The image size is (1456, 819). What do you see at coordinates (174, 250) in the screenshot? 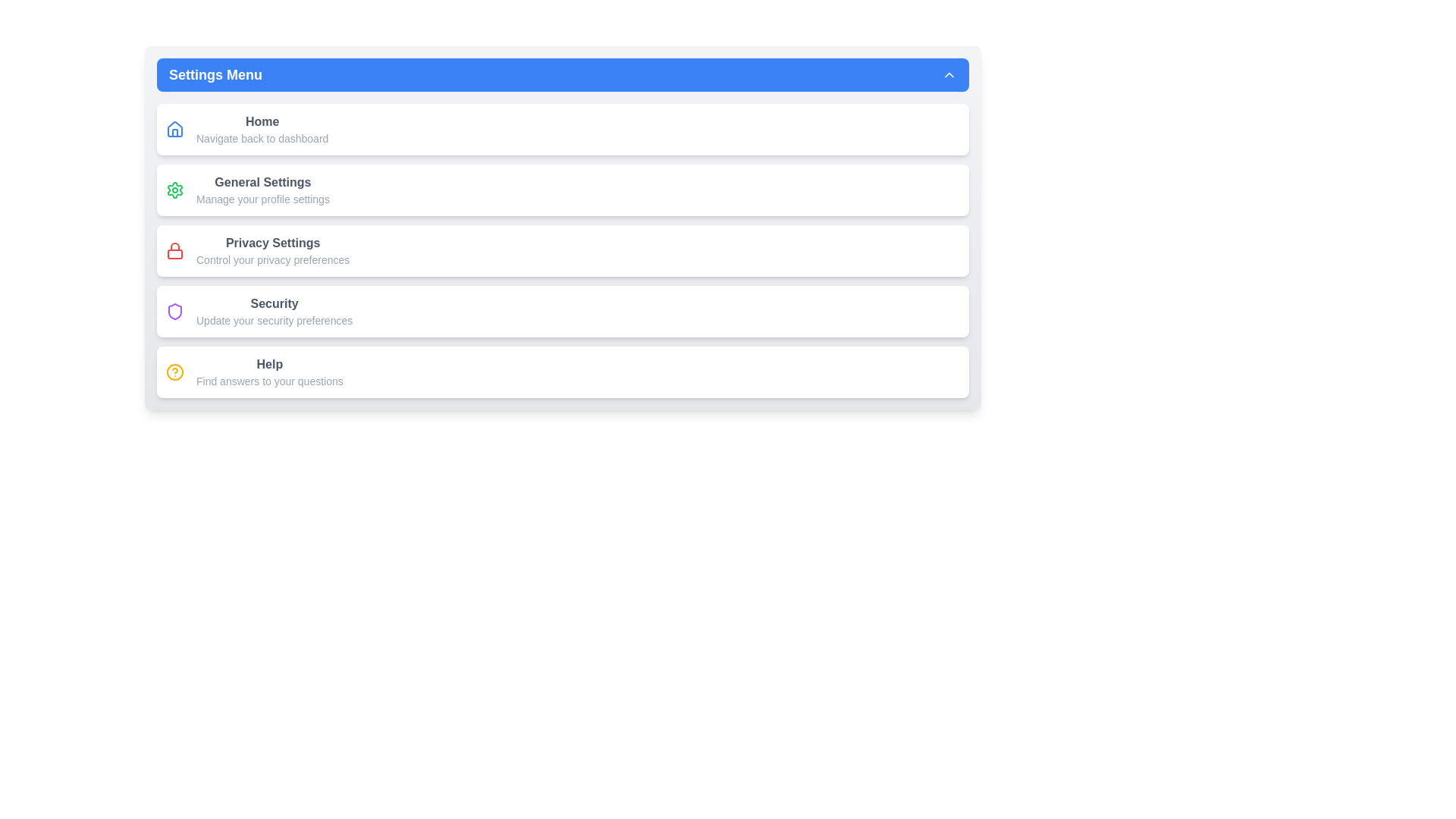
I see `the padlock icon representing 'Privacy Settings' located at the left end of the third row in the settings menu` at bounding box center [174, 250].